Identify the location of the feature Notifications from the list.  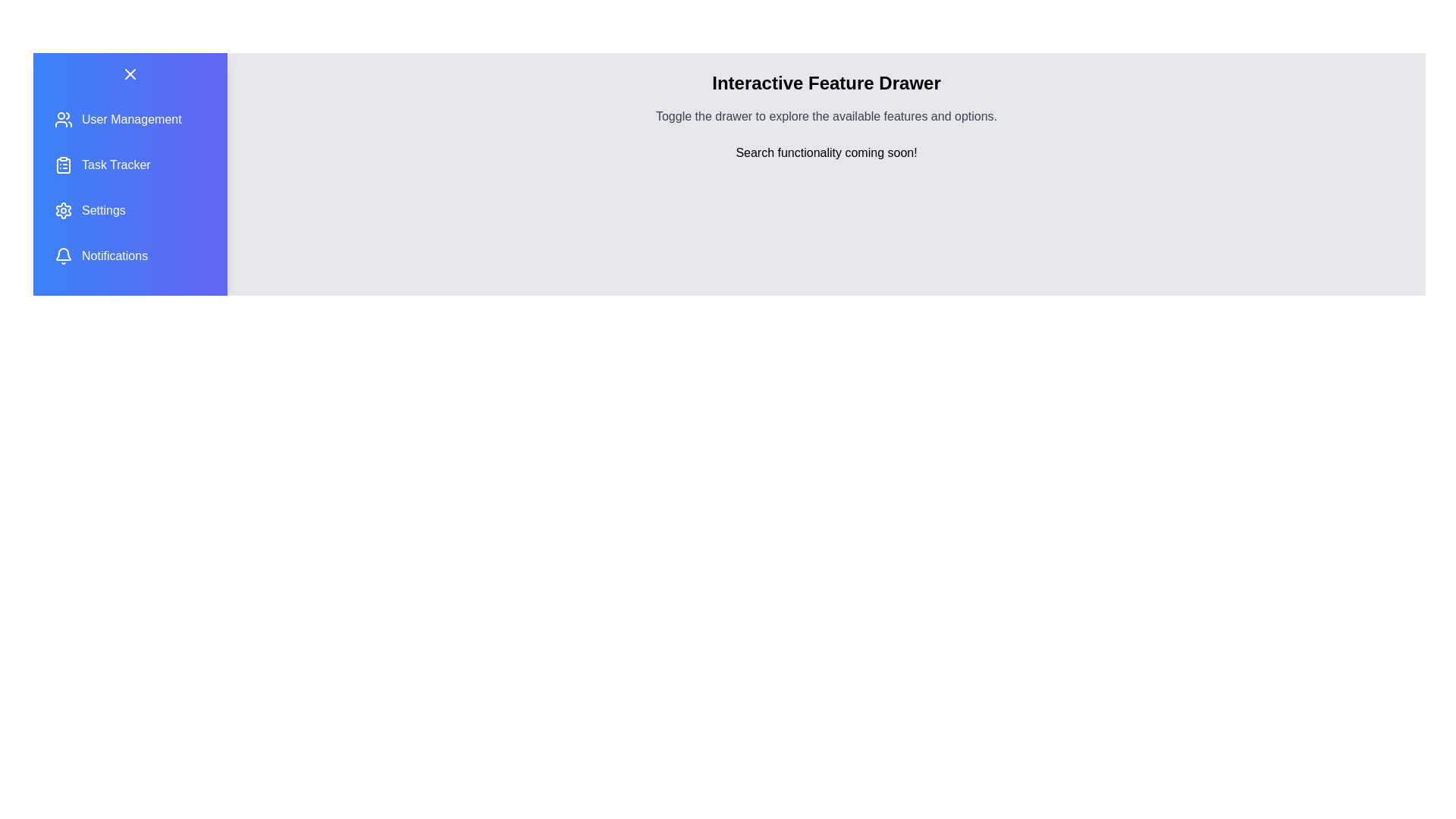
(130, 256).